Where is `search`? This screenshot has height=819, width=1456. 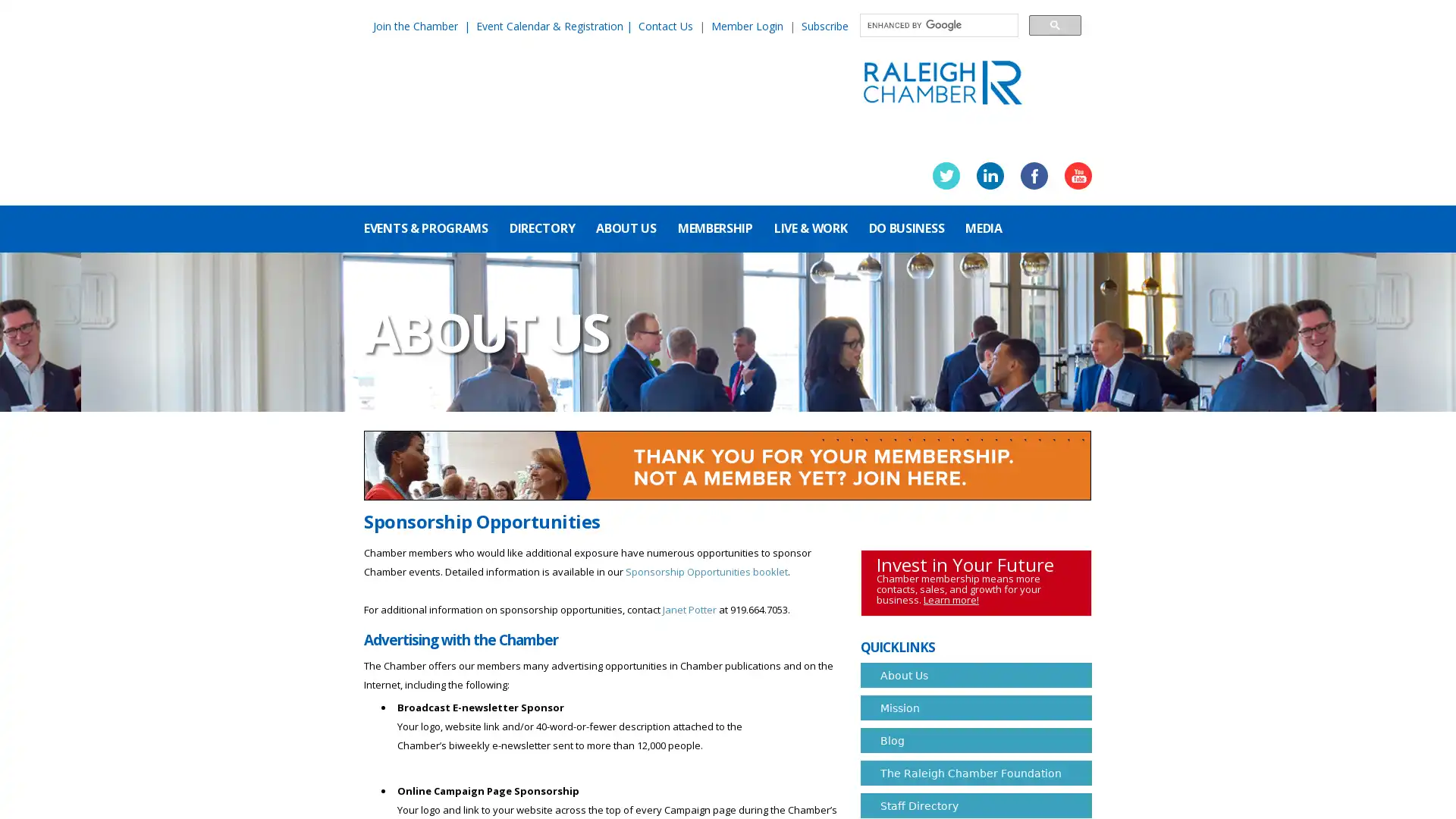
search is located at coordinates (1054, 24).